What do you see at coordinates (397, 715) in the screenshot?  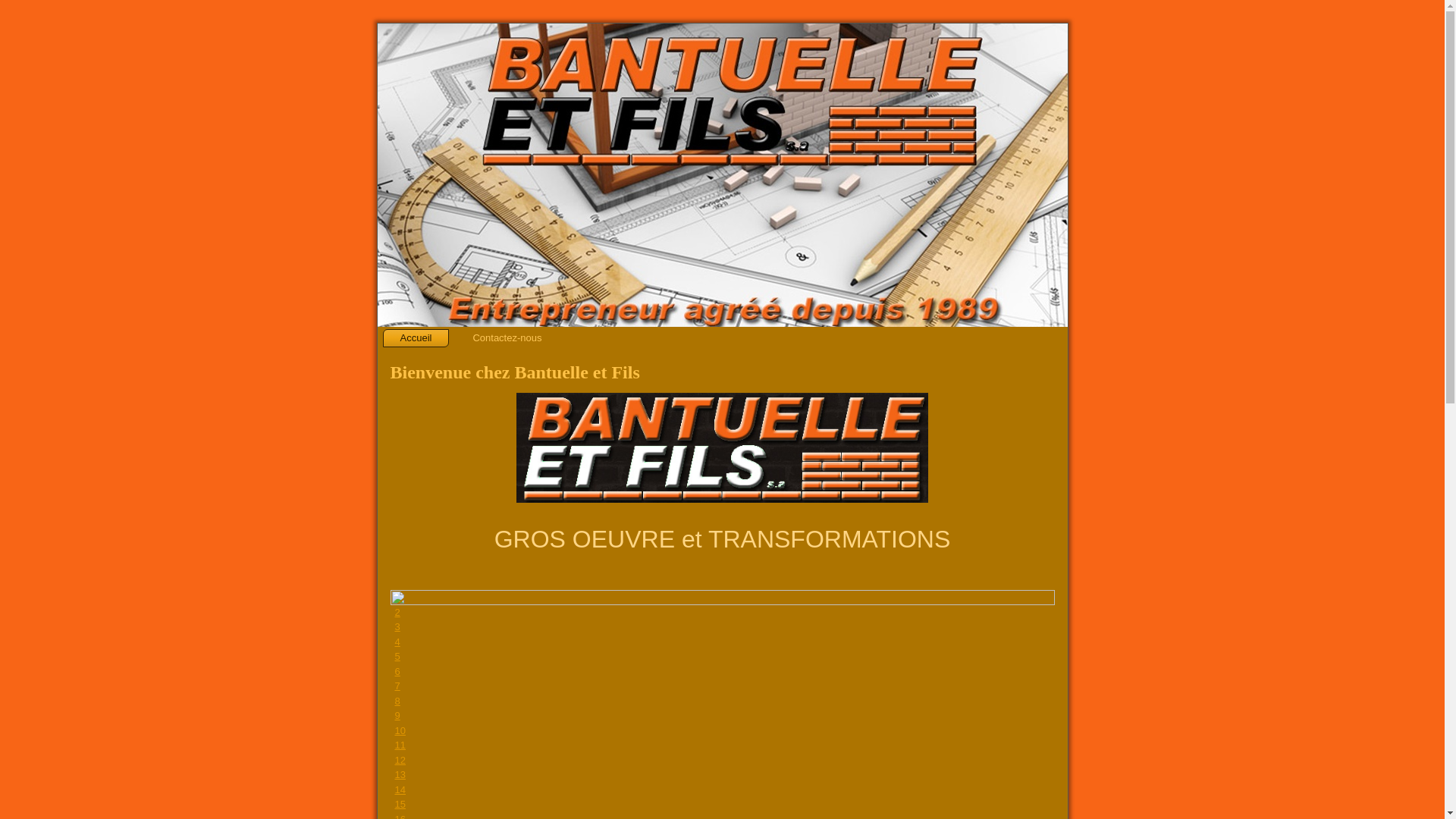 I see `'9'` at bounding box center [397, 715].